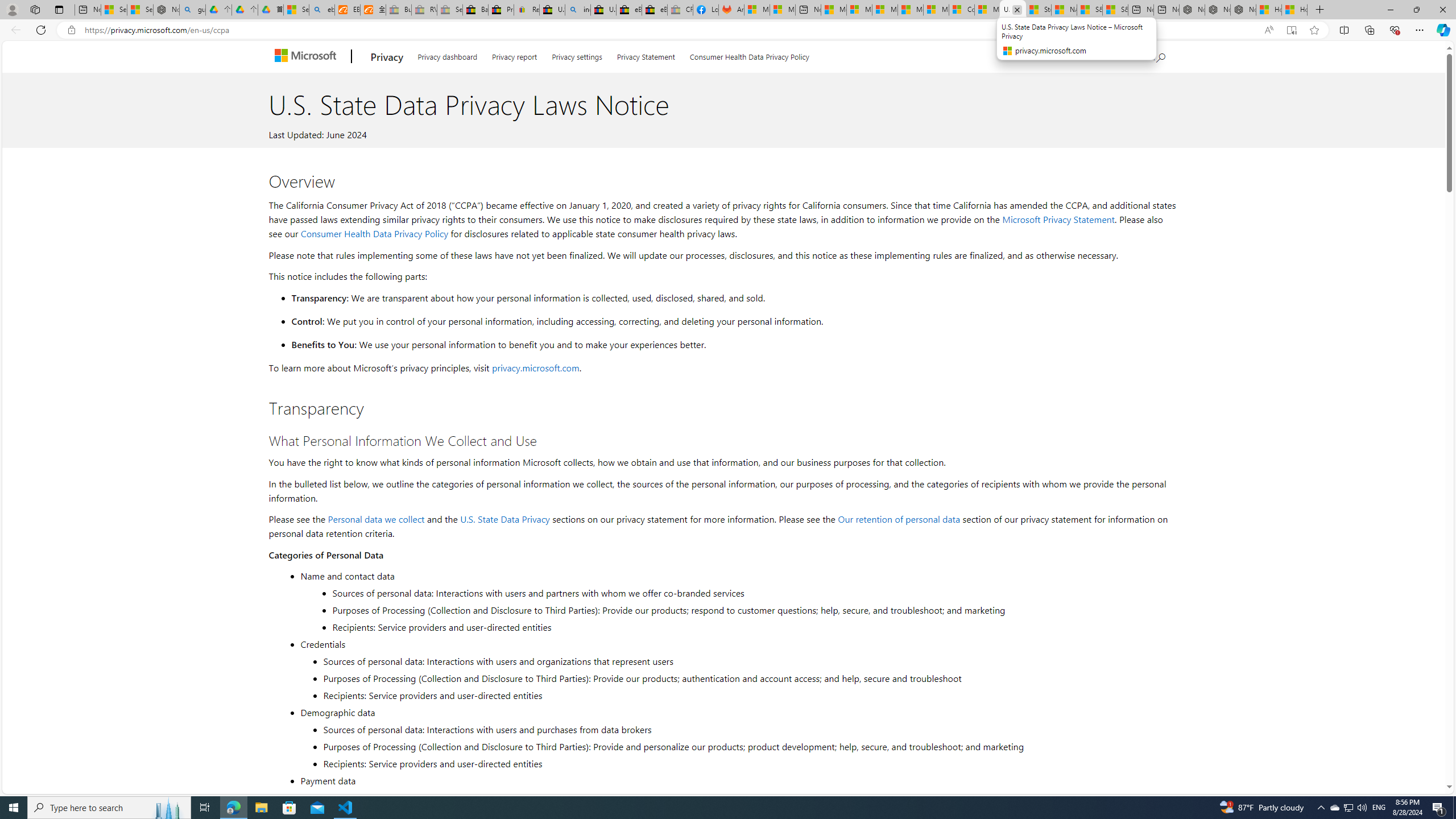  I want to click on 'Microsoft Privacy Statement', so click(1058, 218).